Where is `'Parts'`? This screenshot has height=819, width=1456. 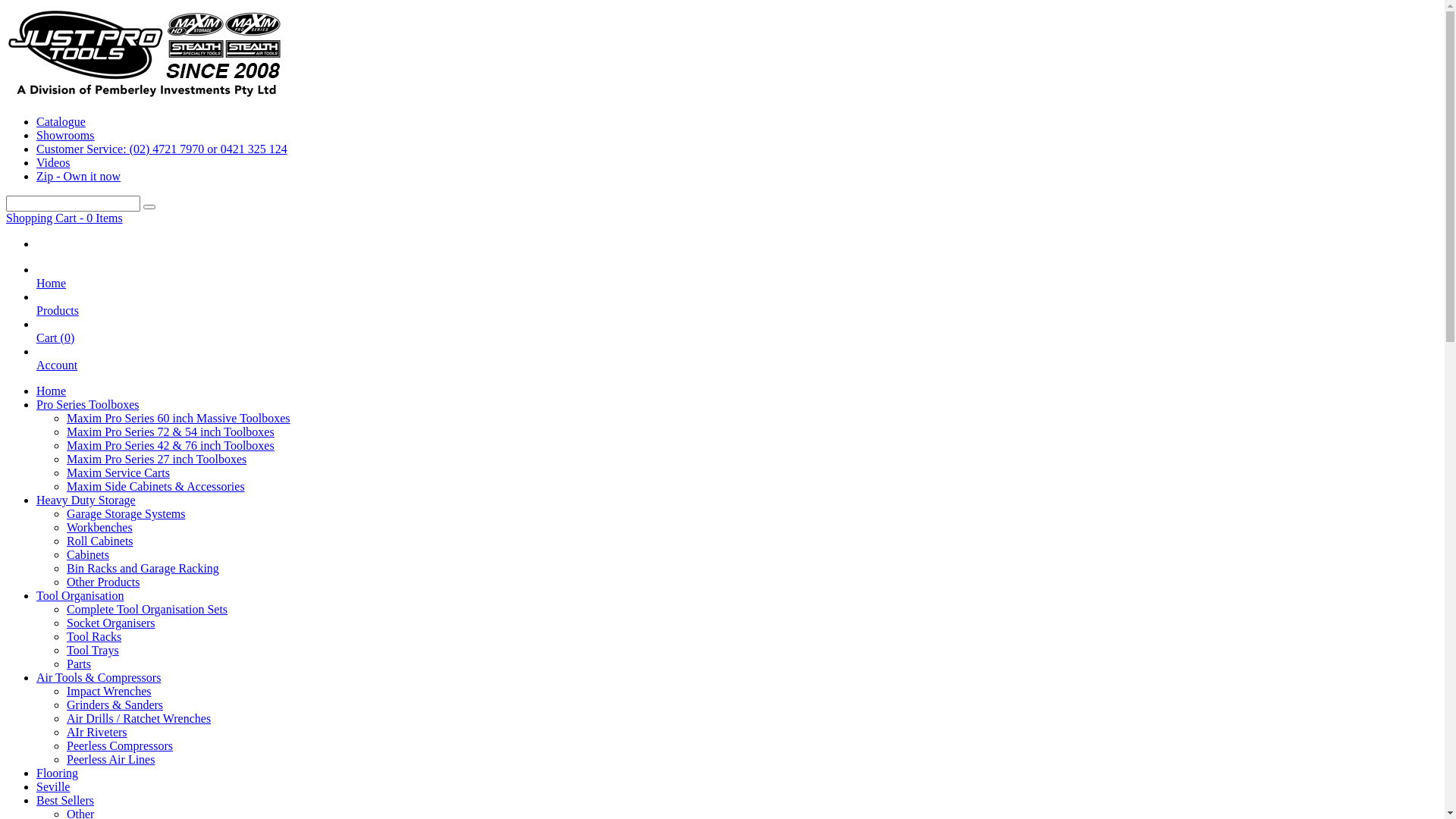
'Parts' is located at coordinates (78, 663).